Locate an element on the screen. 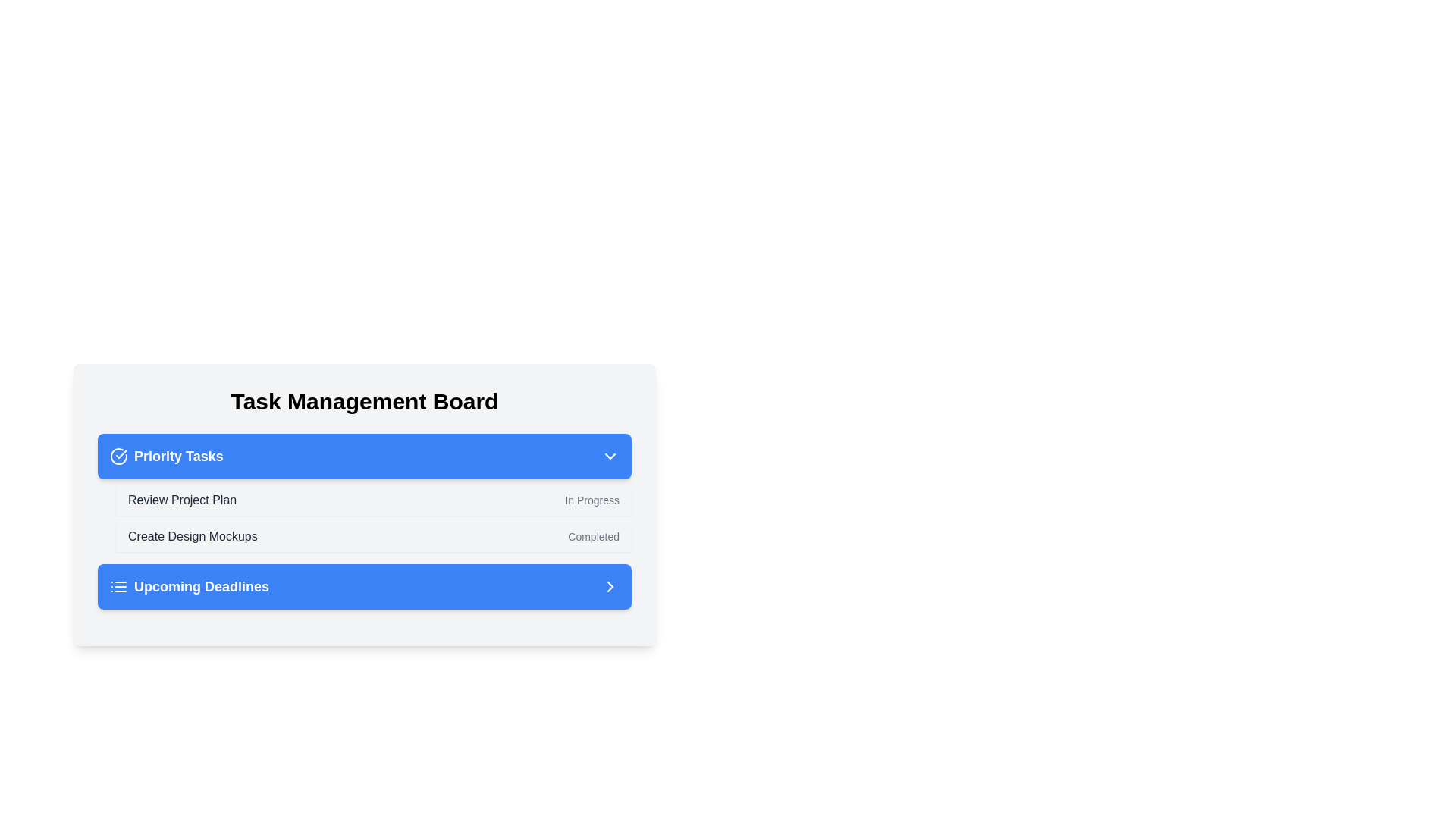 Image resolution: width=1456 pixels, height=819 pixels. the text label that displays the descriptive title for a task in the 'Priority Tasks' section by moving the mouse to its center point is located at coordinates (182, 500).